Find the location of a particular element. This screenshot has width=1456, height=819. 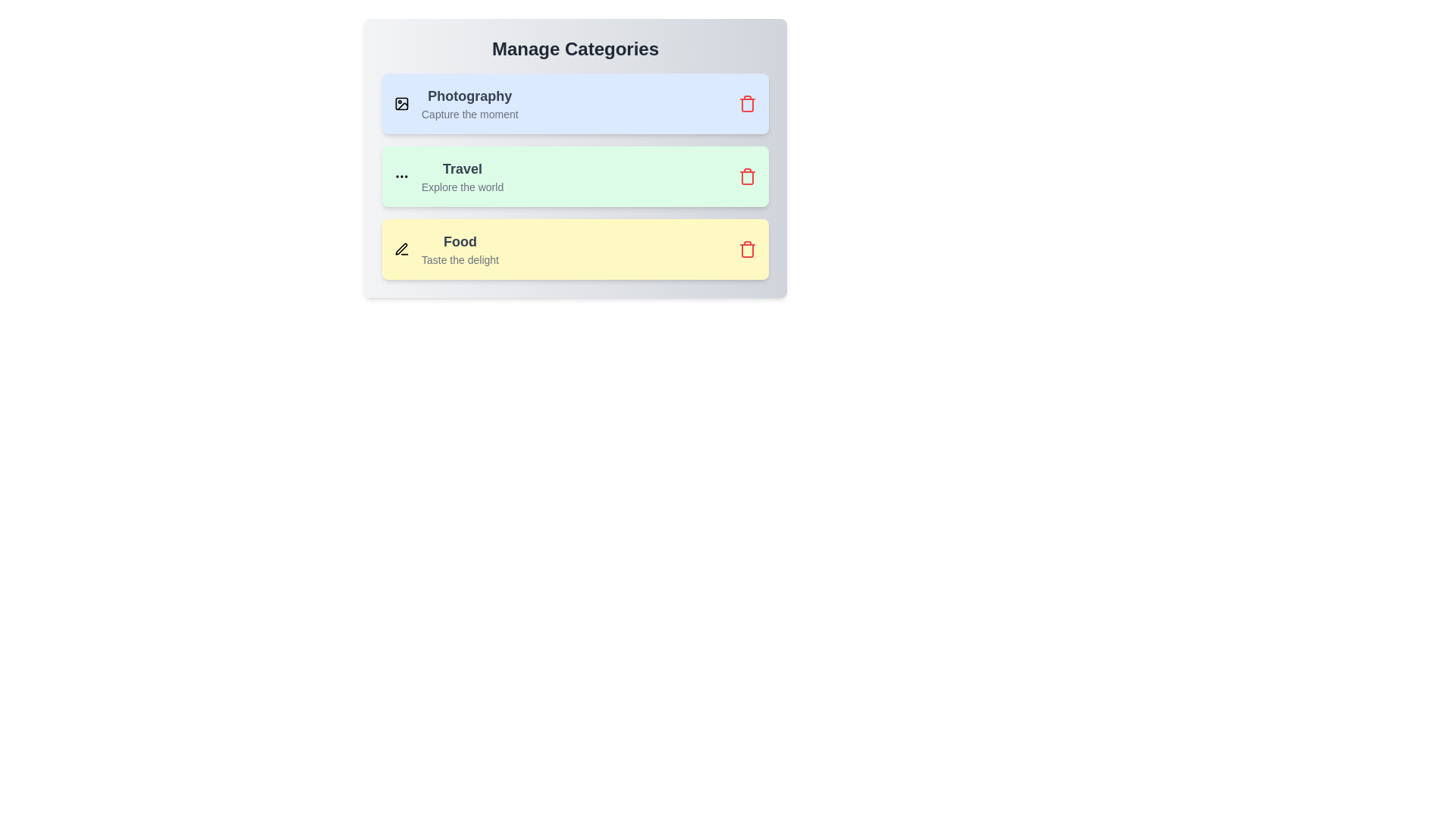

the text 'Photography' to select it is located at coordinates (469, 96).